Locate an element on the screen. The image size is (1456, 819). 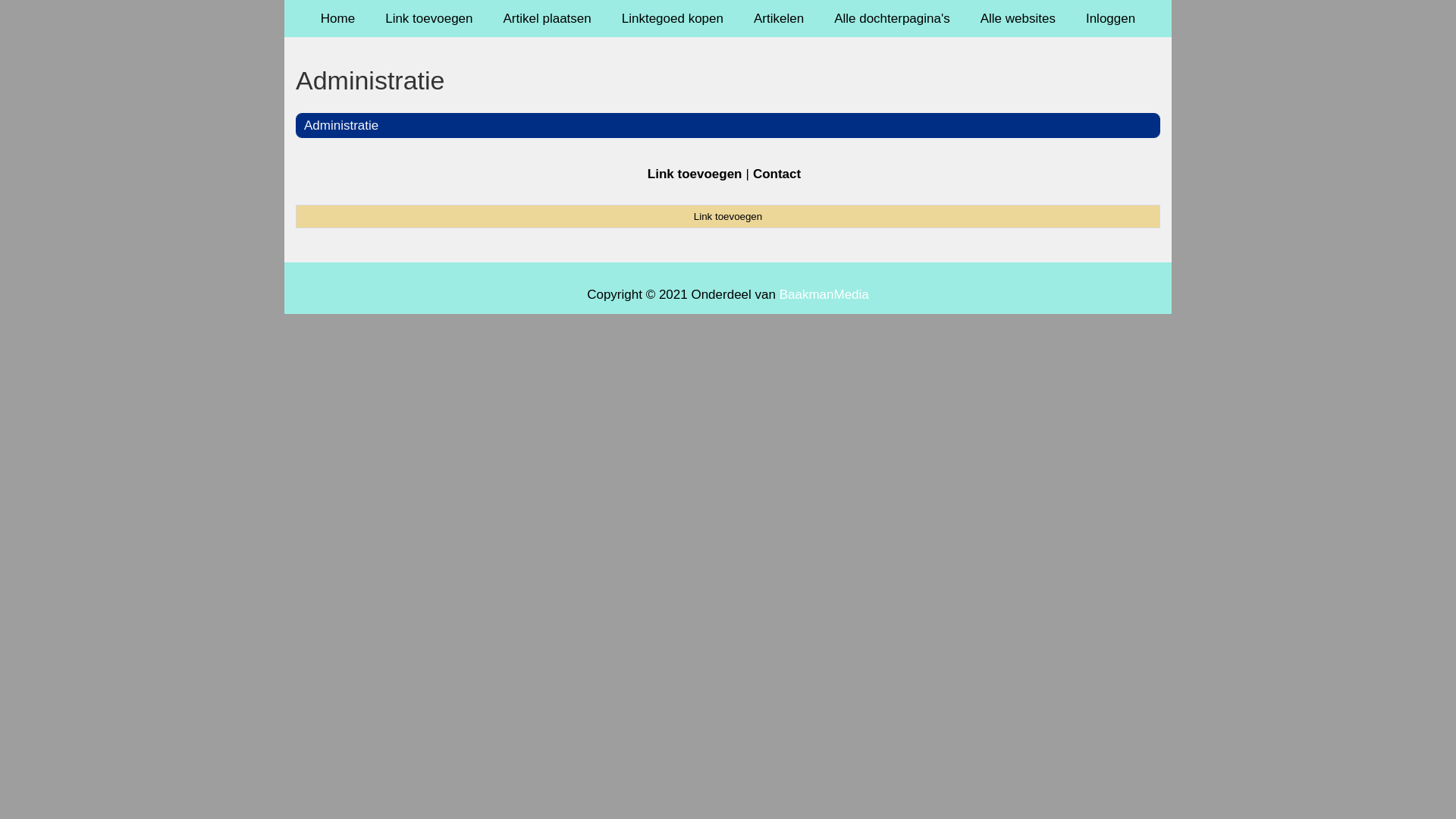
'Home' is located at coordinates (337, 18).